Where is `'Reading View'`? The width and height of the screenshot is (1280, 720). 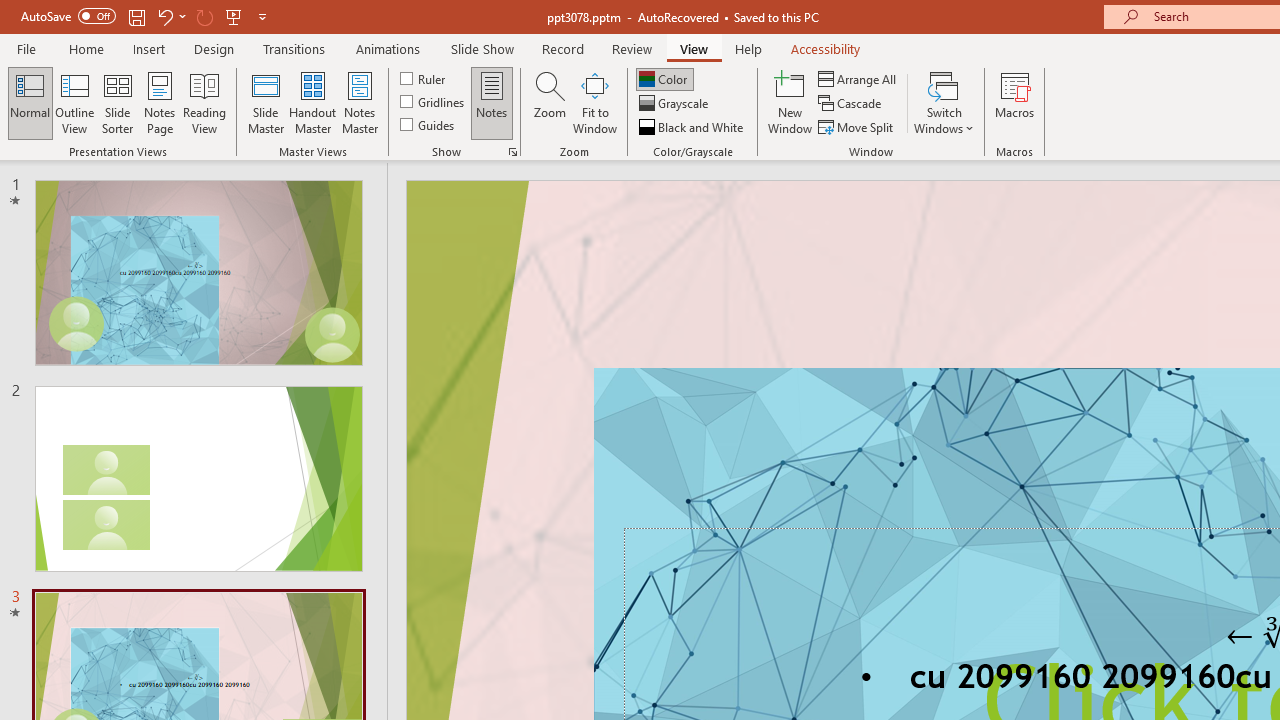 'Reading View' is located at coordinates (204, 103).